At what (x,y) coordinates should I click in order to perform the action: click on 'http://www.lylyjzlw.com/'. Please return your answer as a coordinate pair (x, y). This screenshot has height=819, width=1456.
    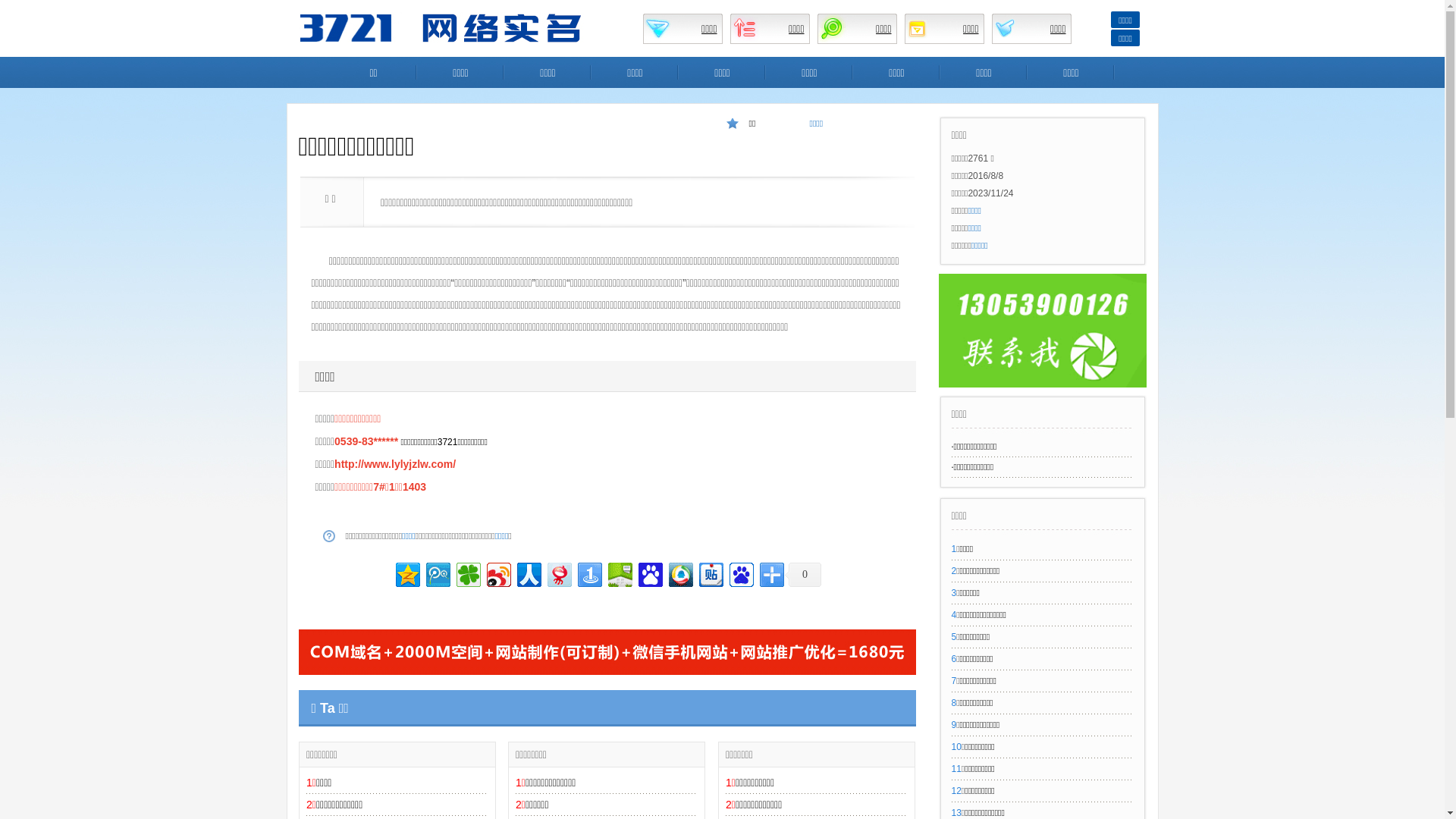
    Looking at the image, I should click on (395, 463).